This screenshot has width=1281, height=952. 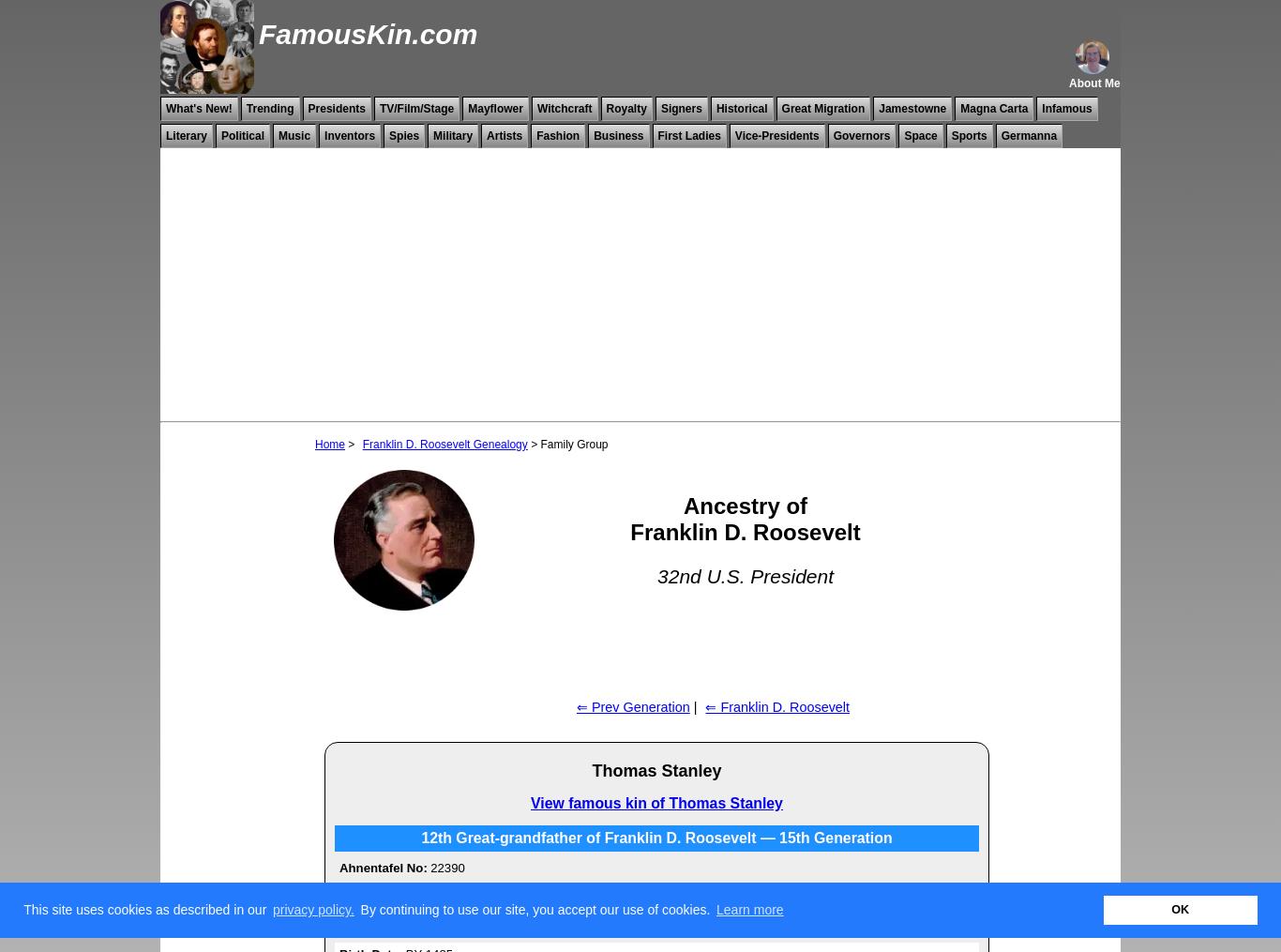 What do you see at coordinates (748, 910) in the screenshot?
I see `'Learn more'` at bounding box center [748, 910].